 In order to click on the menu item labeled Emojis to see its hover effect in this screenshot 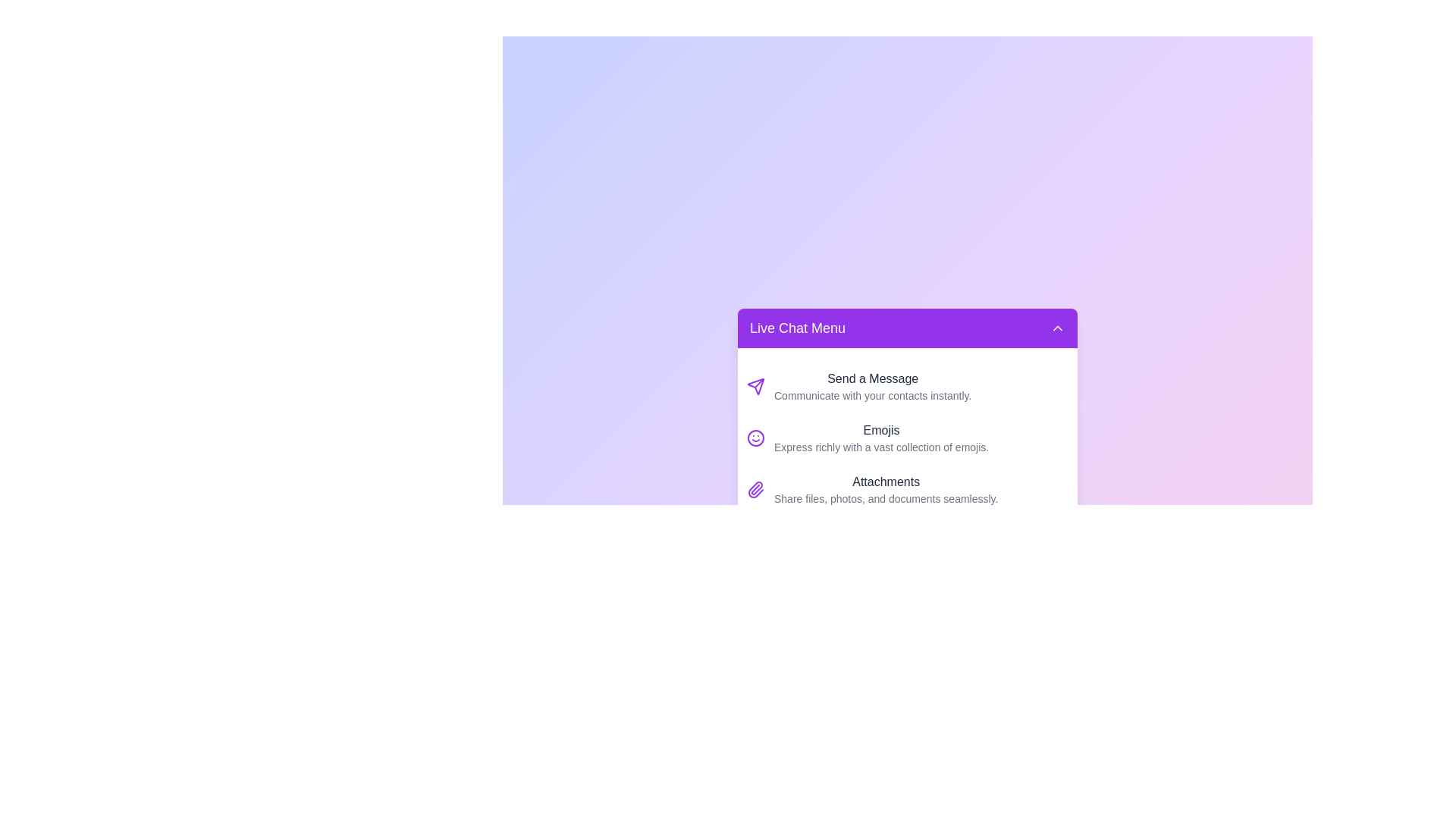, I will do `click(907, 438)`.